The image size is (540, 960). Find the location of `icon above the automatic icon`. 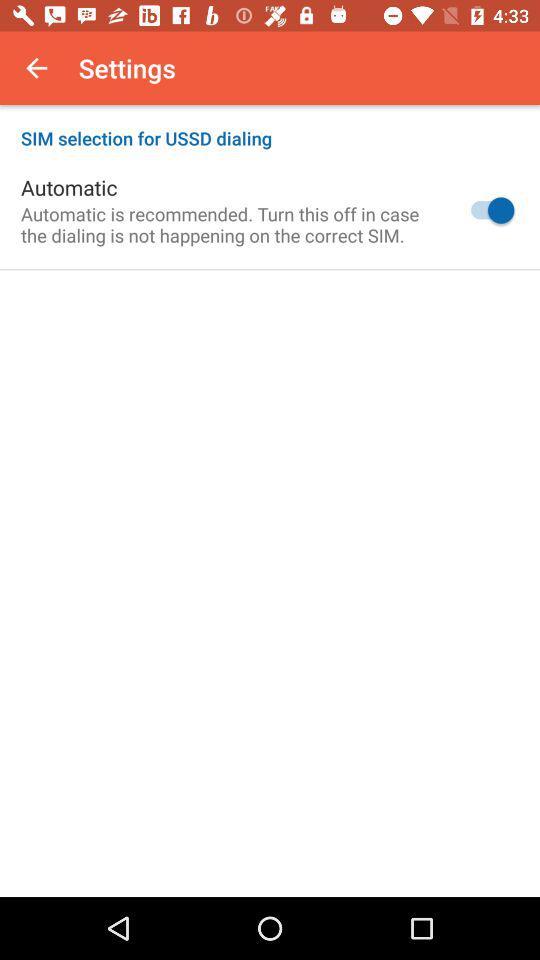

icon above the automatic icon is located at coordinates (270, 126).